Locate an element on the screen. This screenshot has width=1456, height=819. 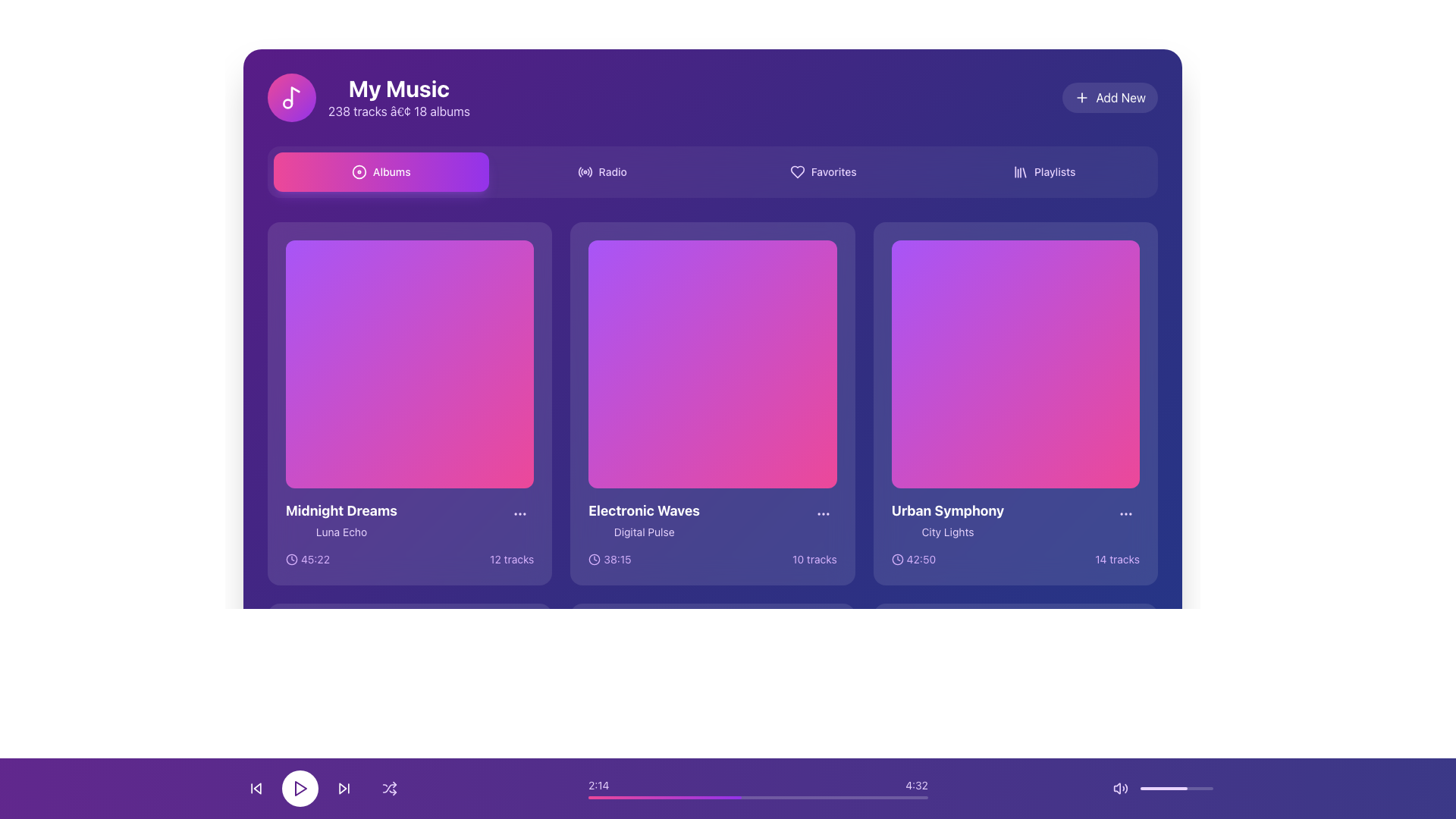
the 'previous track' button located at the bottom media control bar, which is the first button from the left among the media control buttons is located at coordinates (257, 788).